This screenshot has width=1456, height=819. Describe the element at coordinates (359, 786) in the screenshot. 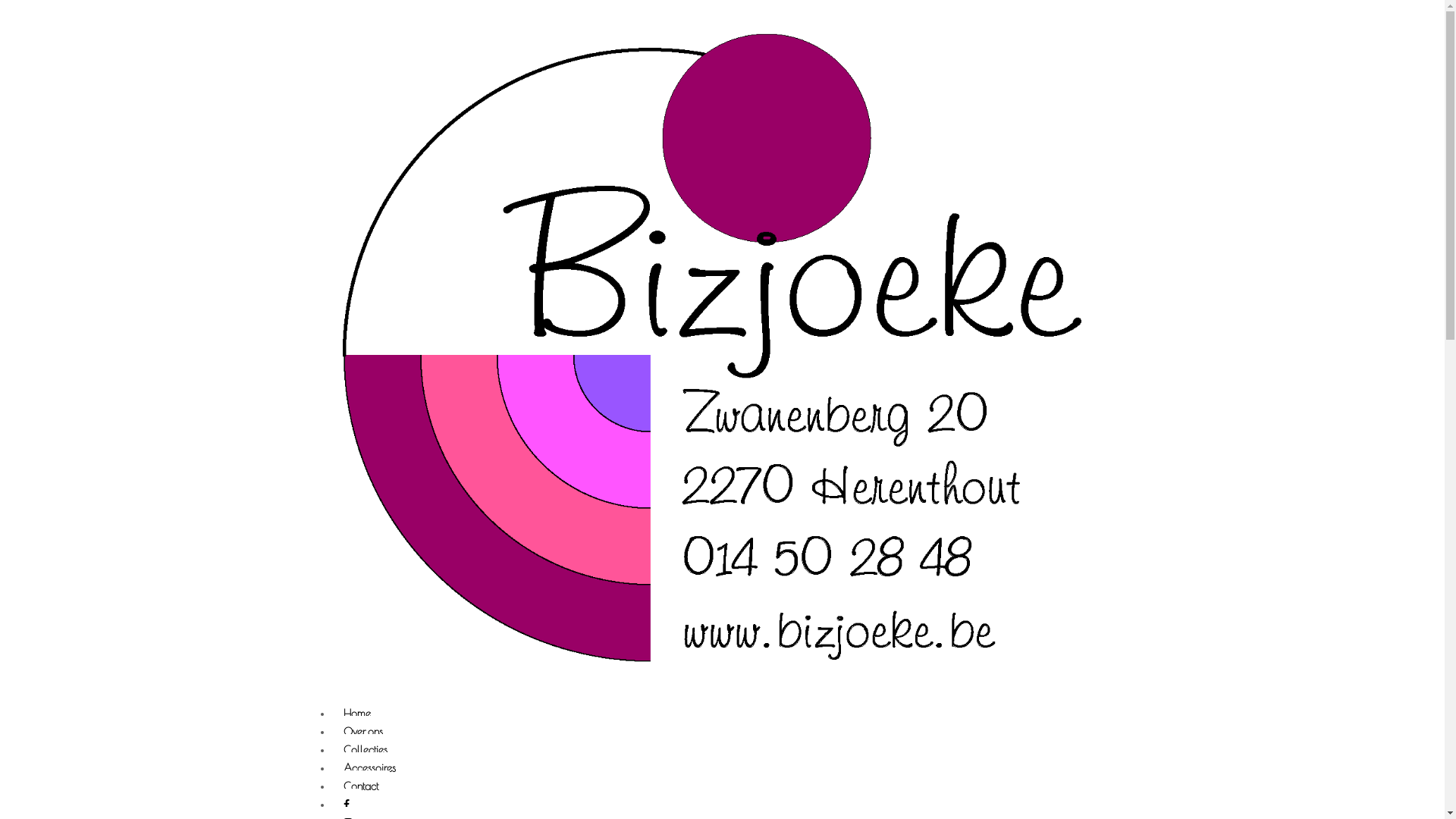

I see `'Contact'` at that location.